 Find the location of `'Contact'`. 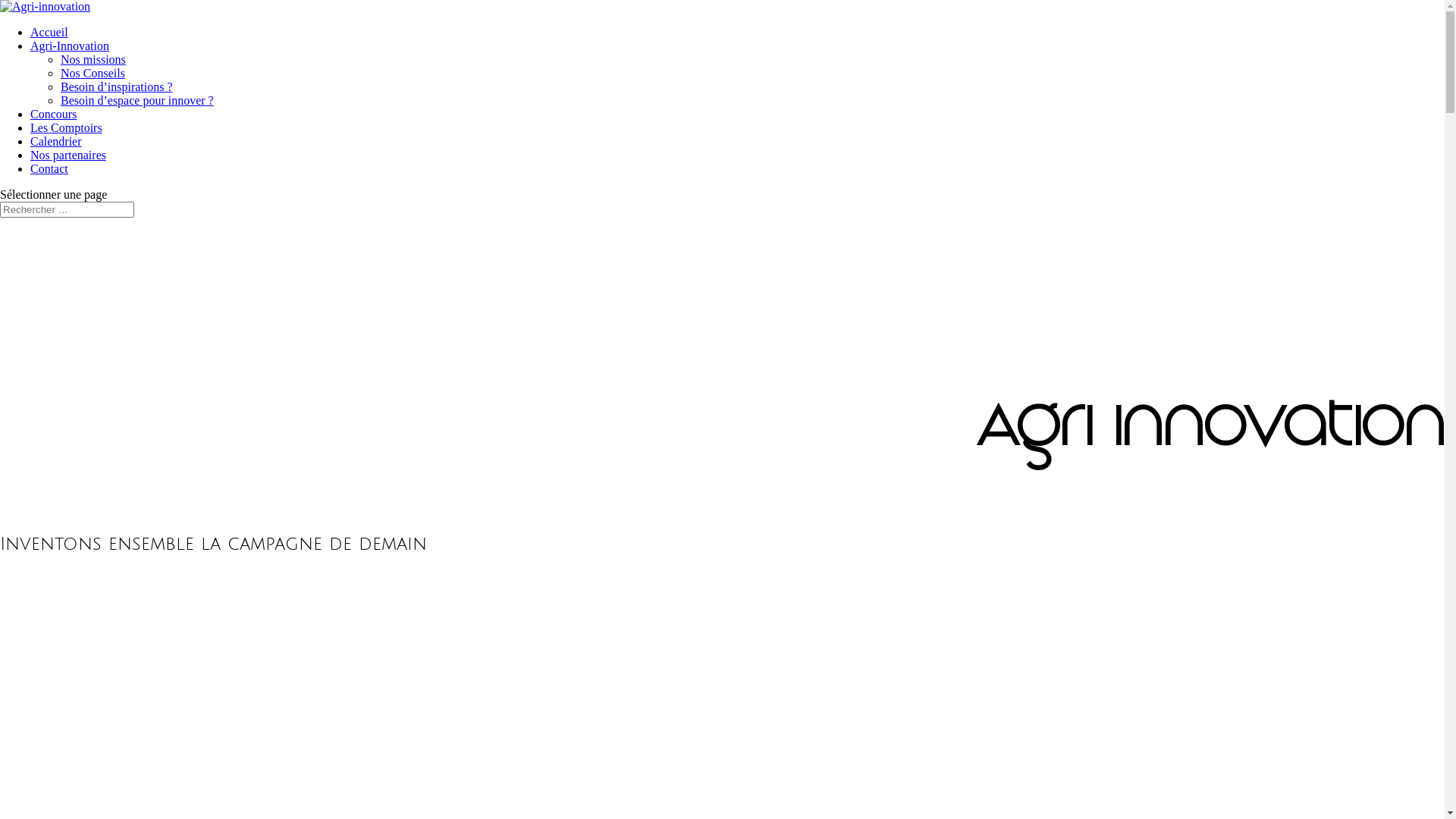

'Contact' is located at coordinates (49, 168).